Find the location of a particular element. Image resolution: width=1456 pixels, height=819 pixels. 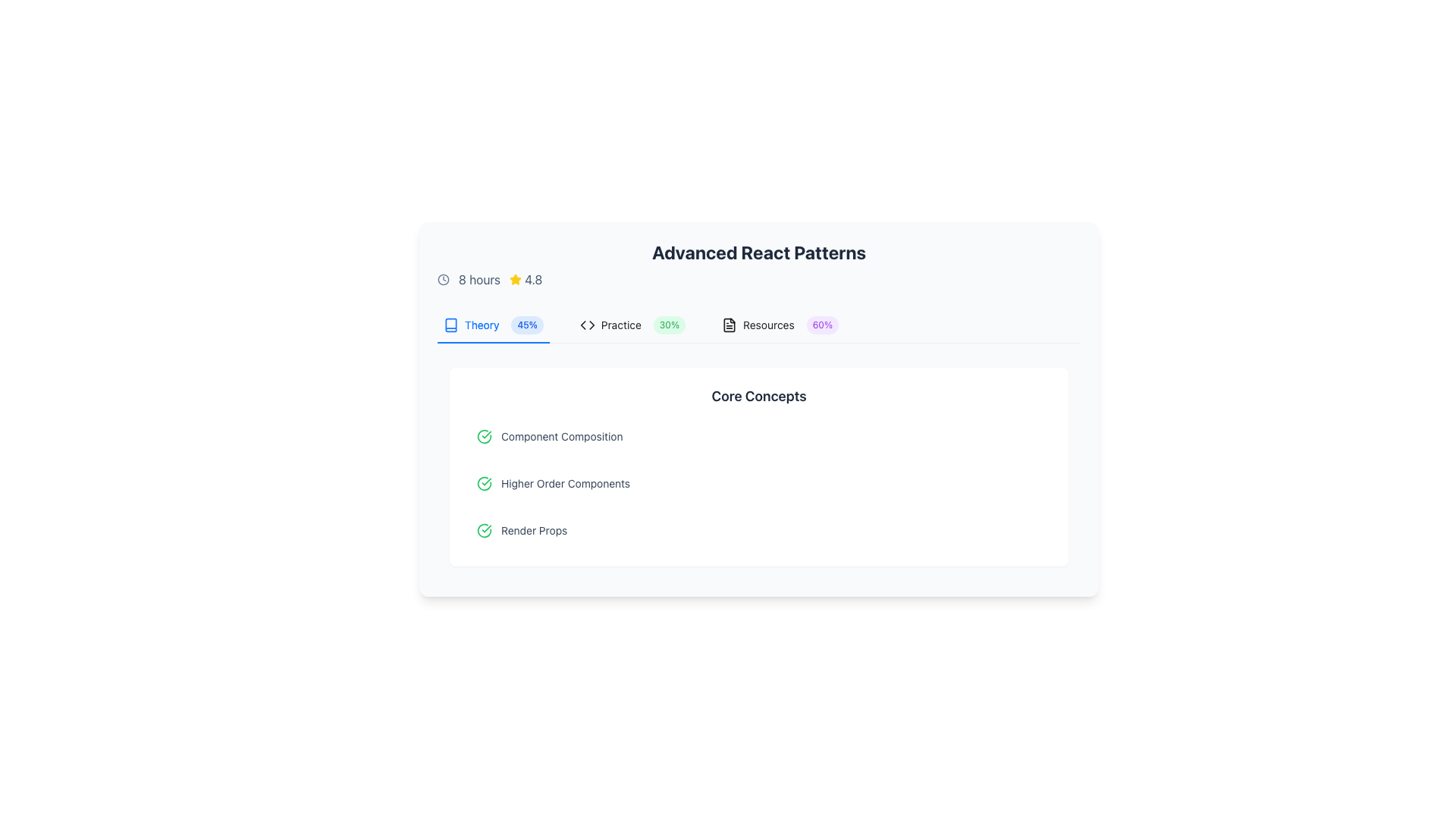

the first tab in the Tab List for navigation, which allows reordering of the tabs labeled 'Theory', 'Practice', and 'Resources' is located at coordinates (759, 324).